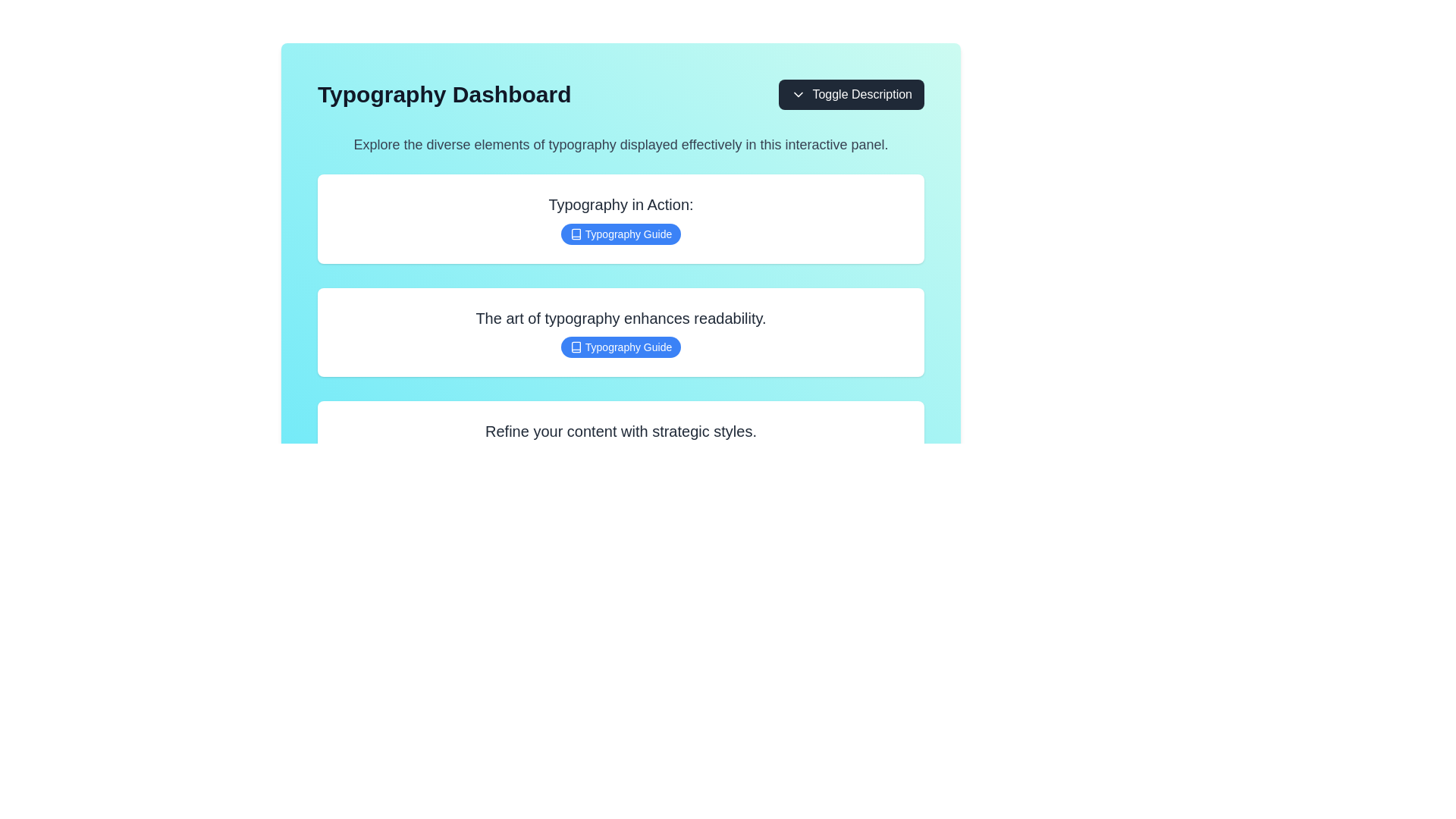 The image size is (1456, 819). Describe the element at coordinates (798, 94) in the screenshot. I see `the icon located to the left of the 'Toggle Description' text to interact with the connected toggle button, which allows for expanding or collapsing content` at that location.